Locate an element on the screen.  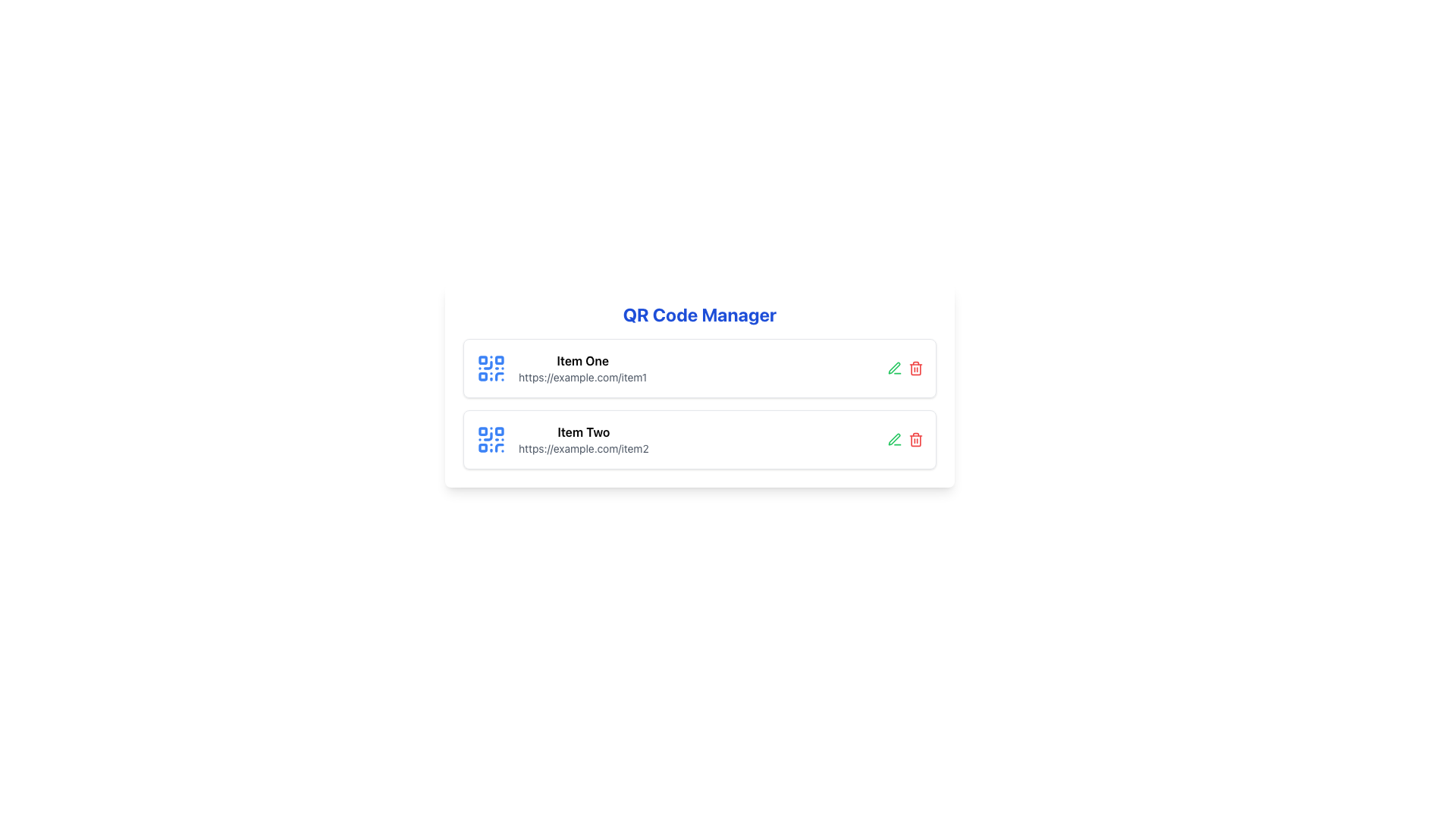
the Icon Button (Pen Symbol) located to the right of 'Item One' to initiate an edit action is located at coordinates (894, 439).